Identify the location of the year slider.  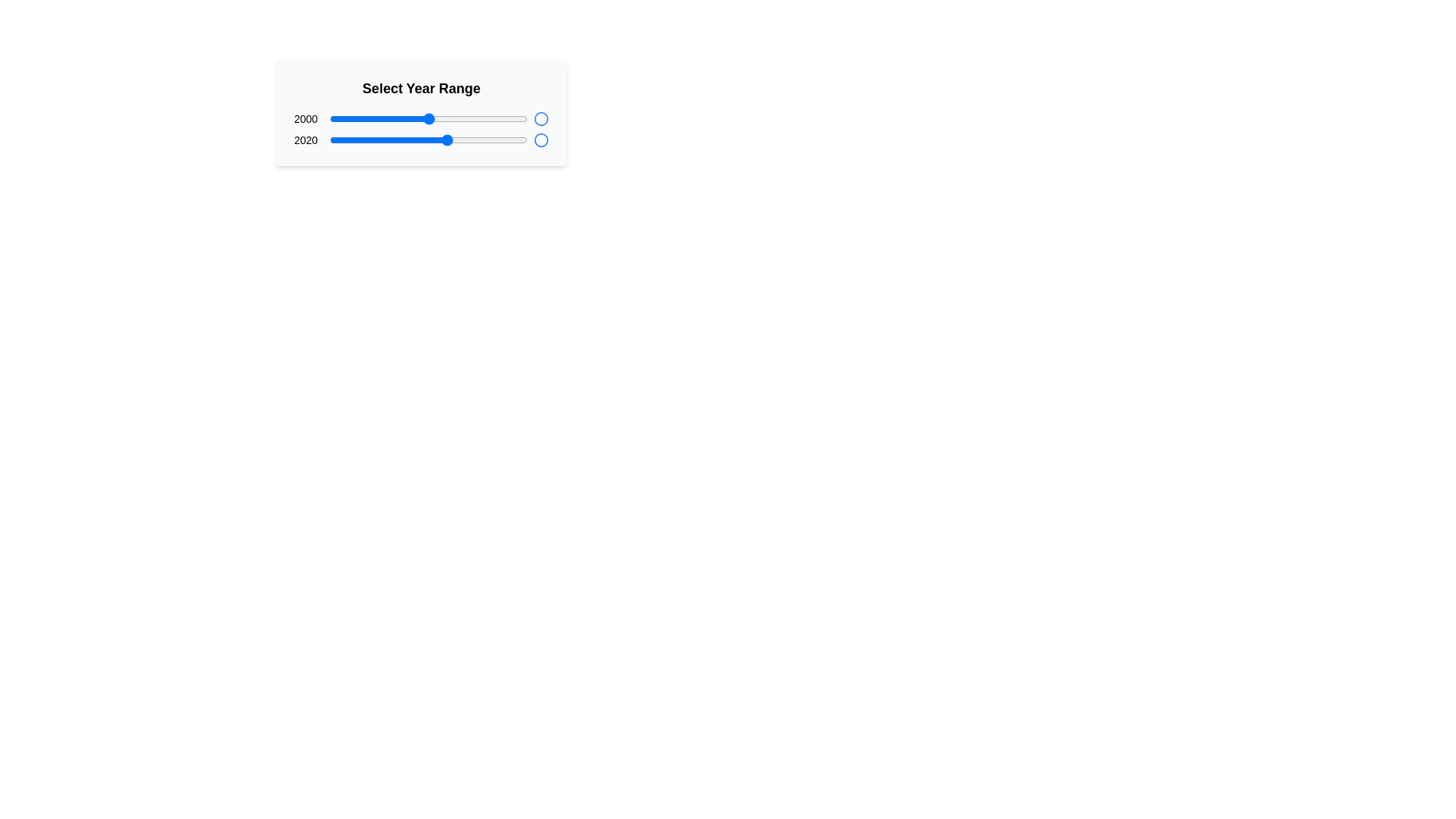
(342, 140).